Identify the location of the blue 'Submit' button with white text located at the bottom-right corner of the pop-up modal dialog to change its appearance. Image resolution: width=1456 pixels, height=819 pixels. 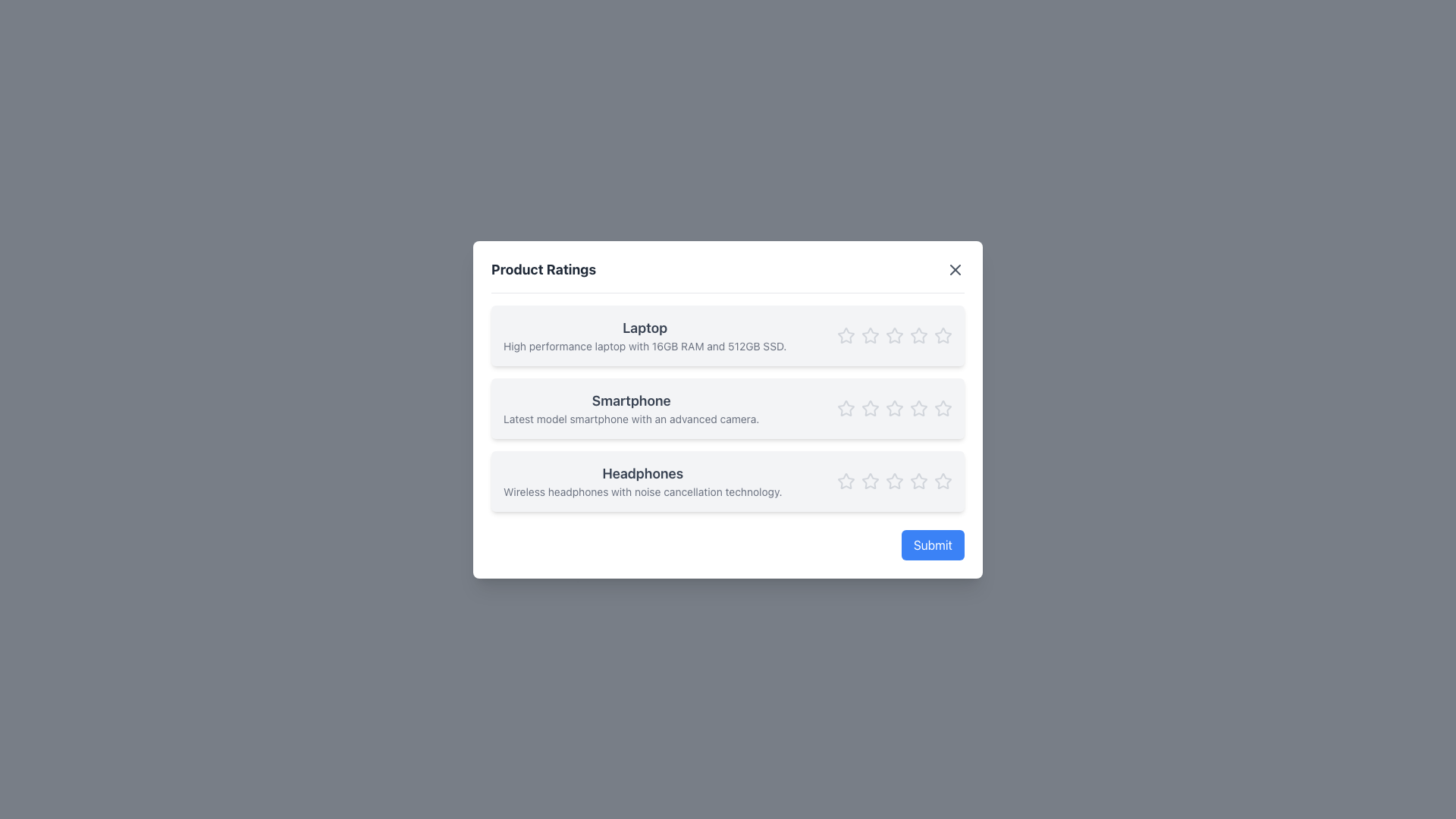
(932, 544).